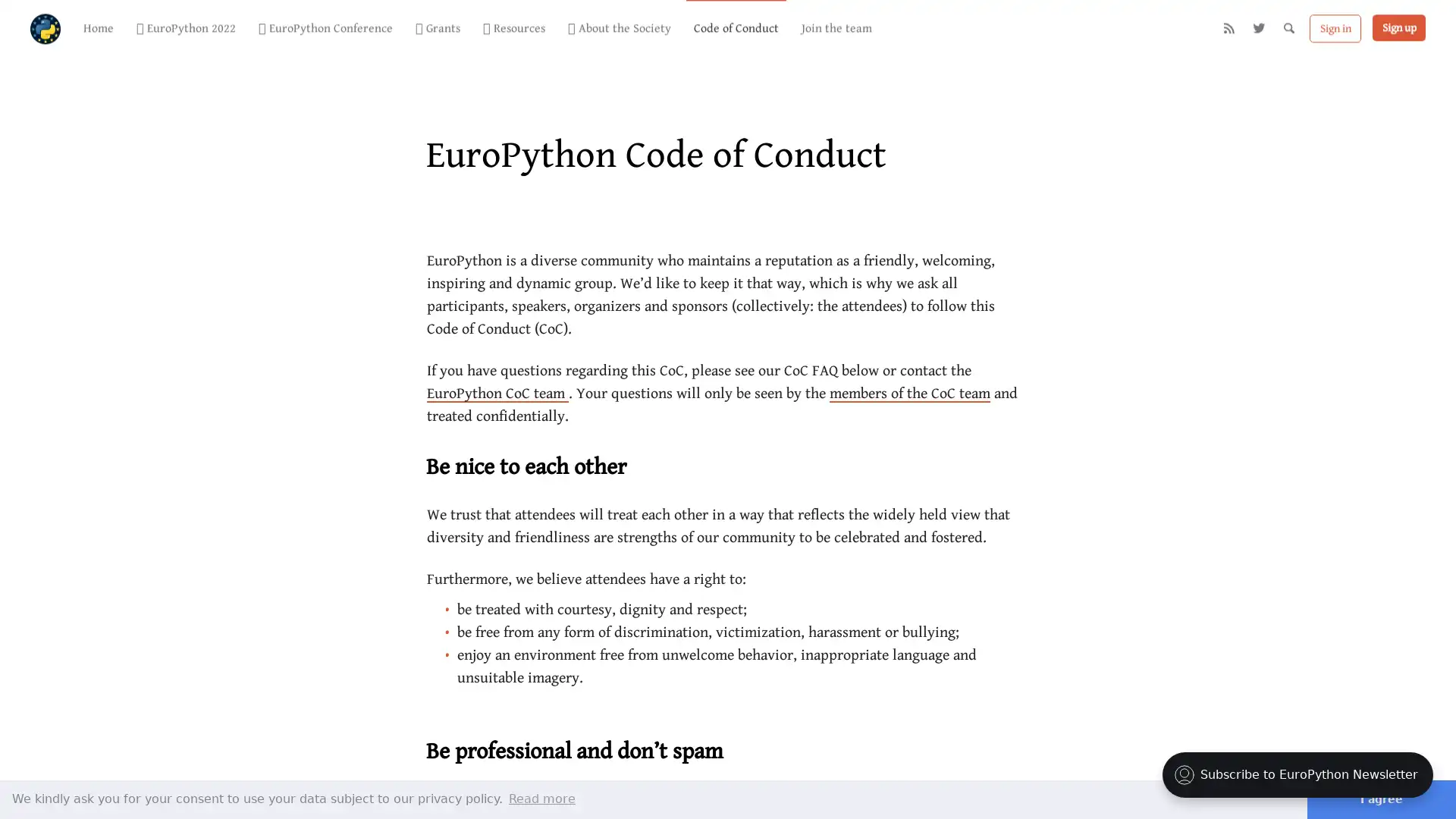 Image resolution: width=1456 pixels, height=819 pixels. Describe the element at coordinates (542, 798) in the screenshot. I see `learn more about cookies` at that location.